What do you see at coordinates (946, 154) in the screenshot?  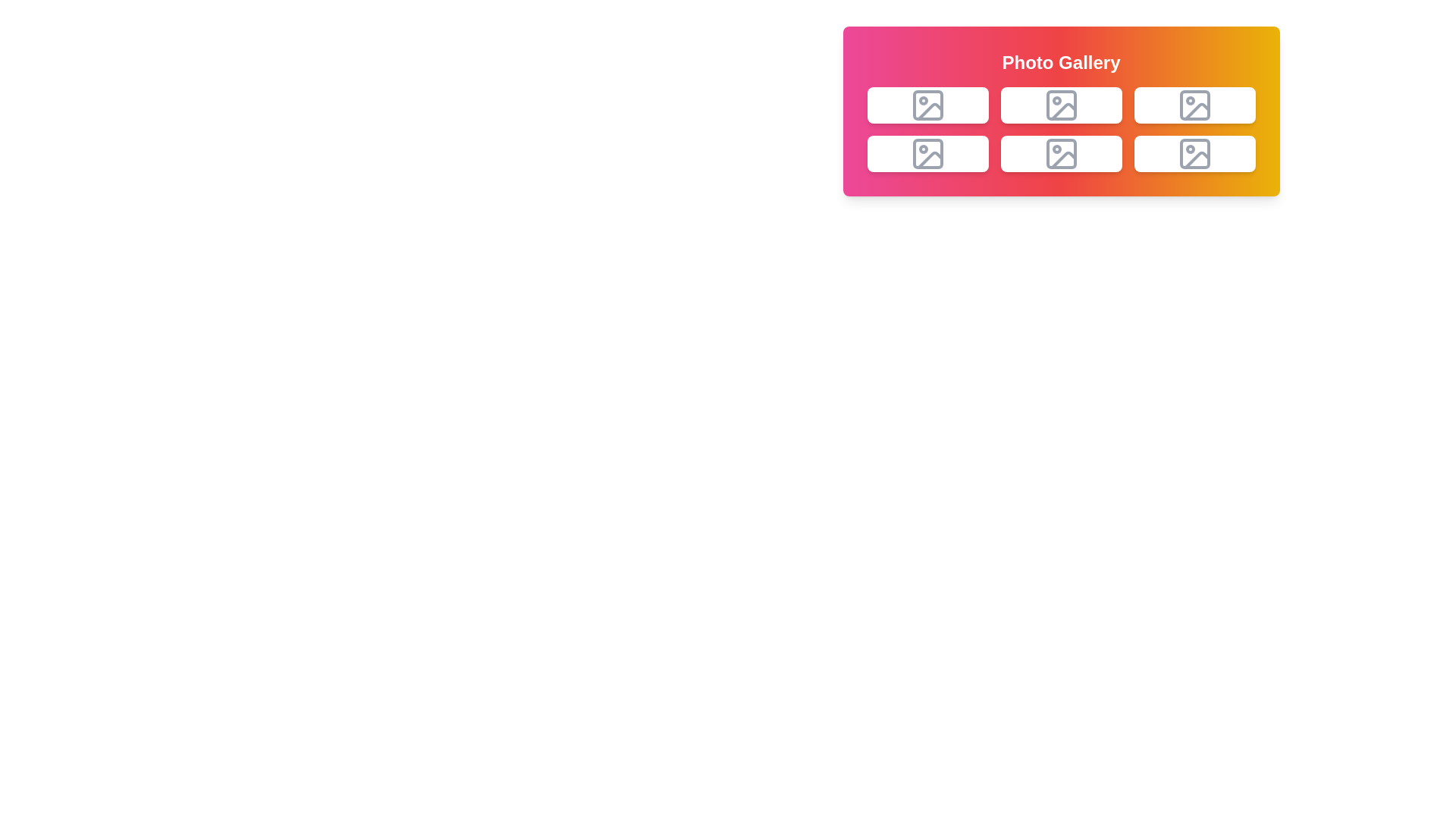 I see `the white circular favorite button located in the bottom-left position of the middle grid cell of the second row in the photo gallery interface` at bounding box center [946, 154].